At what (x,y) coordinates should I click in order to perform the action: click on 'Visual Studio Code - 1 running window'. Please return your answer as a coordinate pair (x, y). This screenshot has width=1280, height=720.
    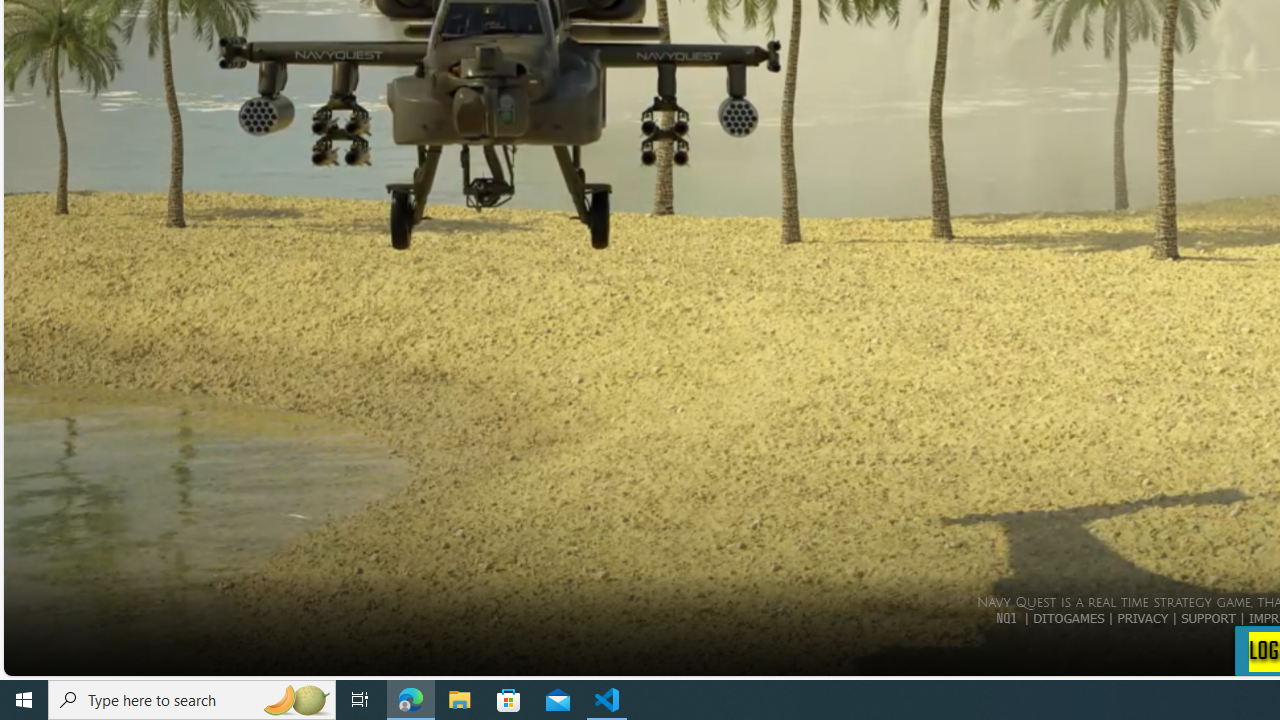
    Looking at the image, I should click on (606, 698).